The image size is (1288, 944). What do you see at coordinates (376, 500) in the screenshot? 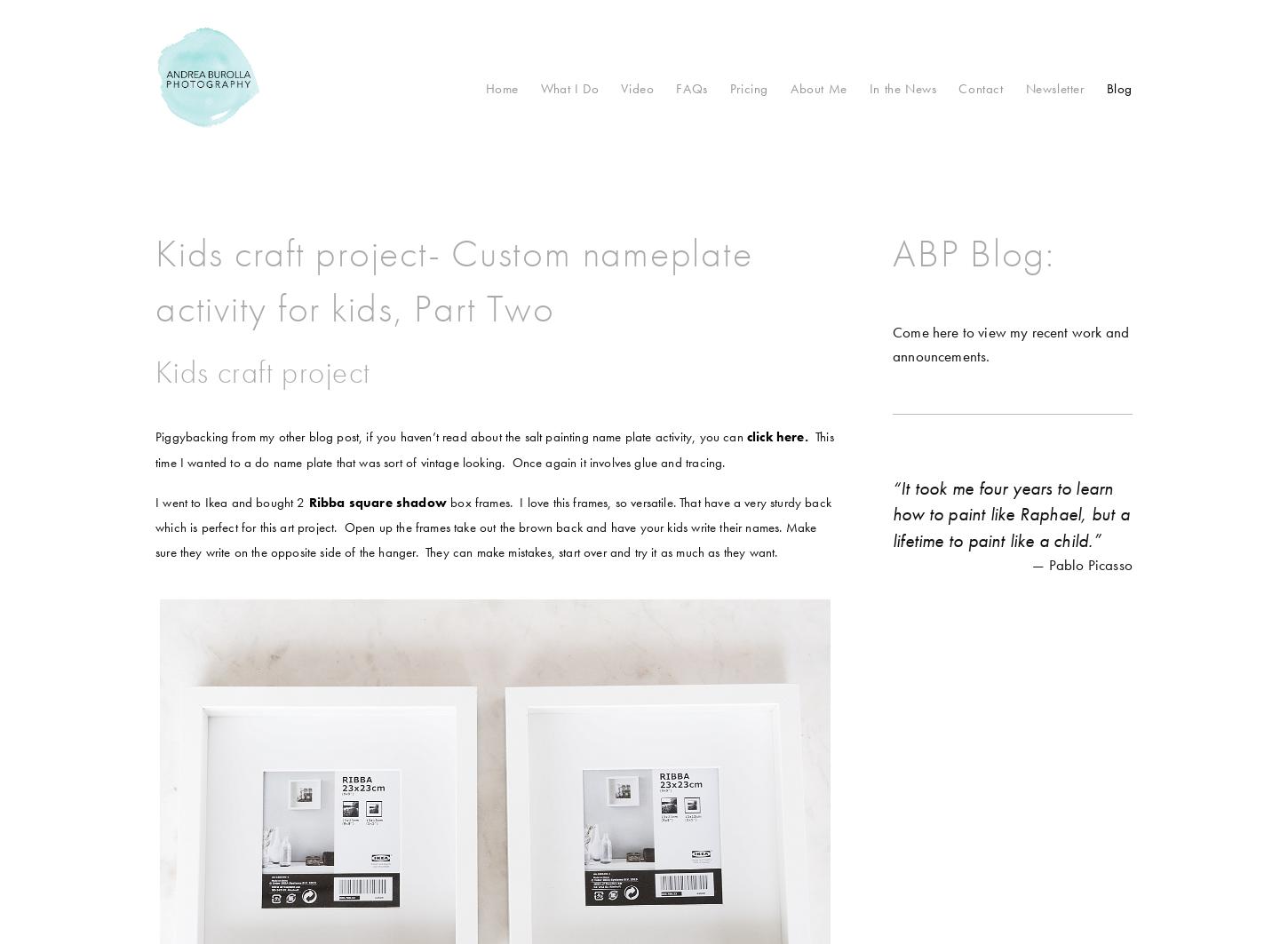
I see `'Ribba square shadow'` at bounding box center [376, 500].